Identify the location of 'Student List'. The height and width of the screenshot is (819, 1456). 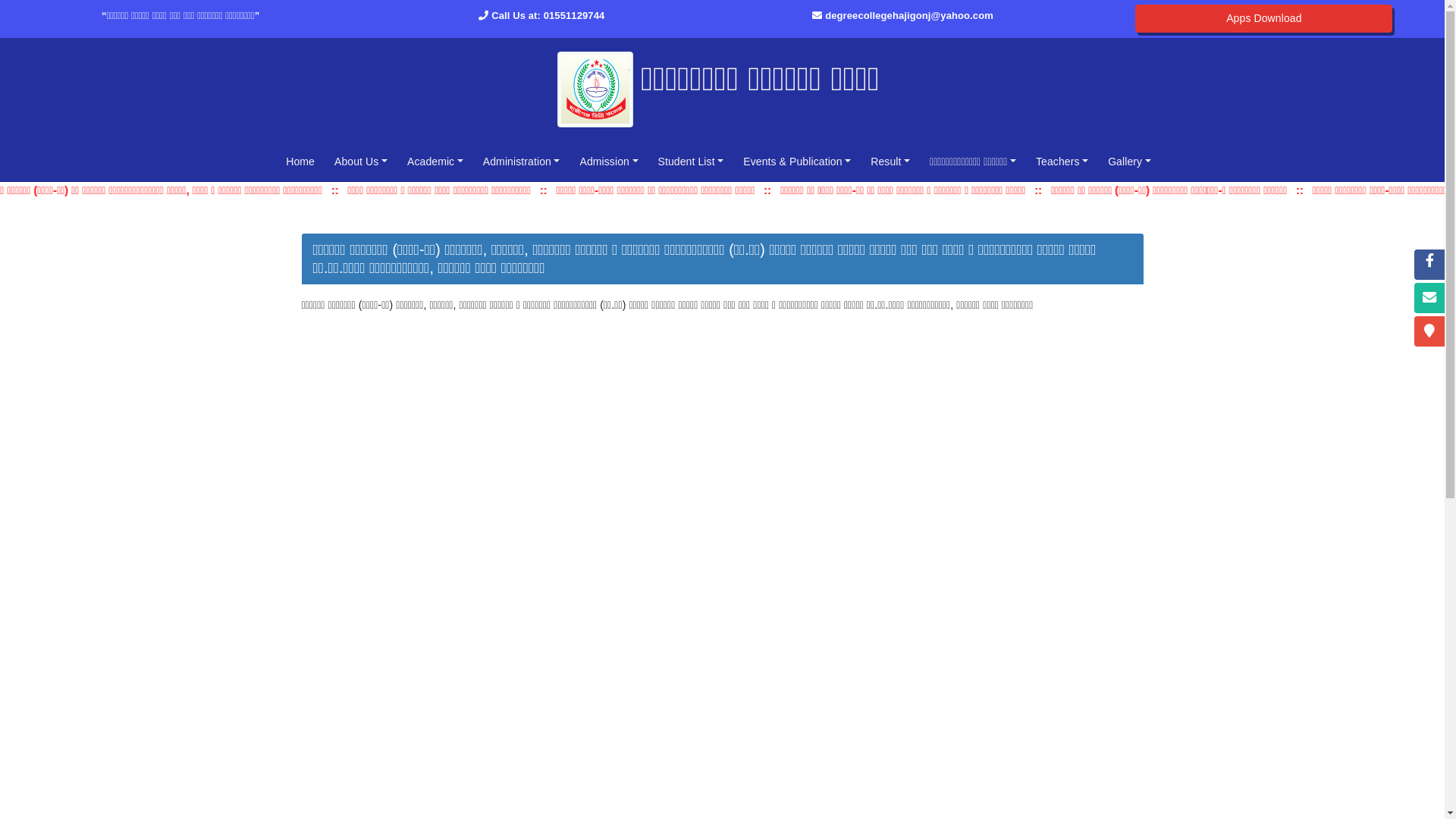
(690, 161).